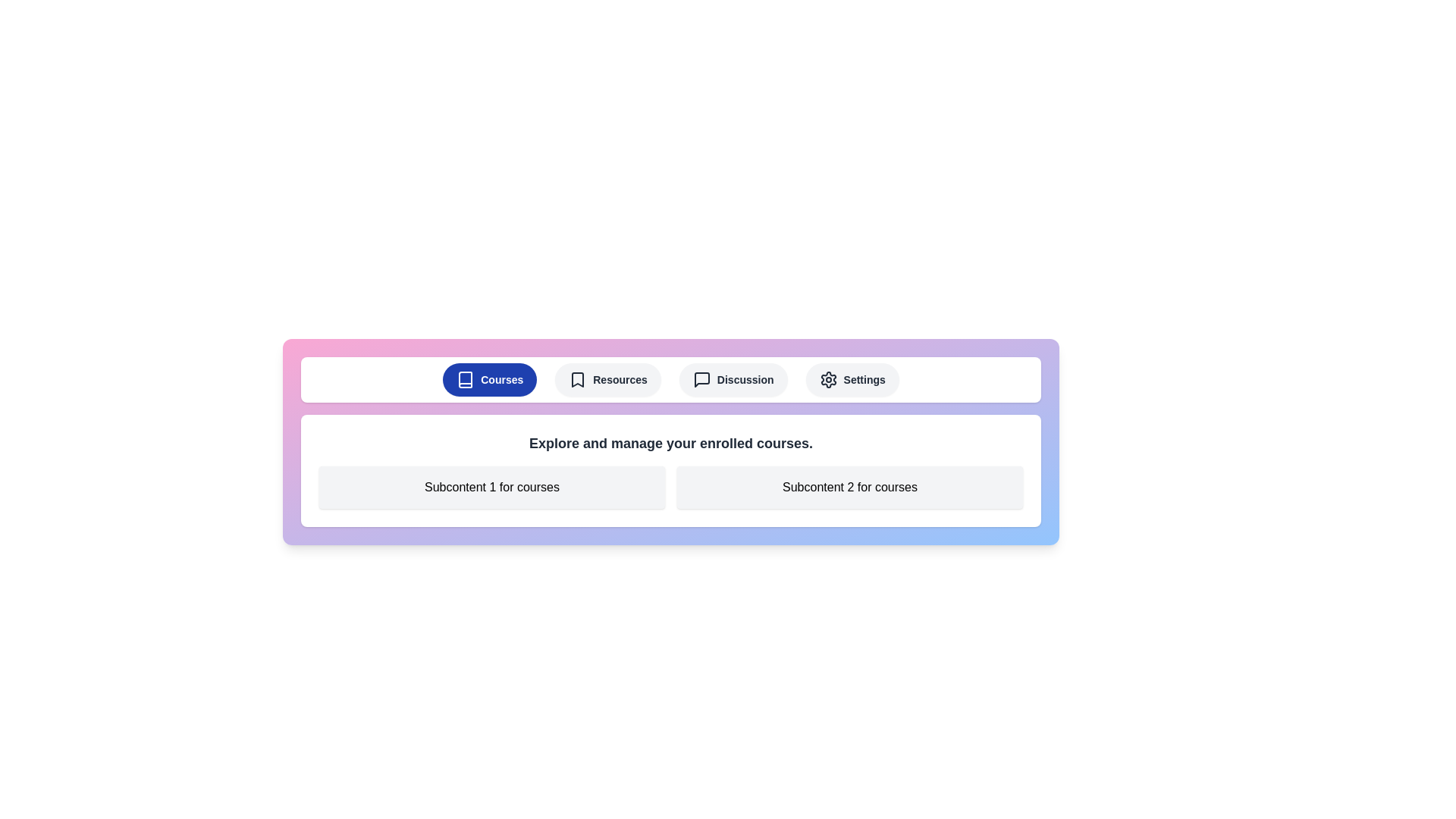 This screenshot has height=819, width=1456. I want to click on the 'Resources' icon located in the horizontal navigation menu at the upper section of the interface, so click(577, 379).